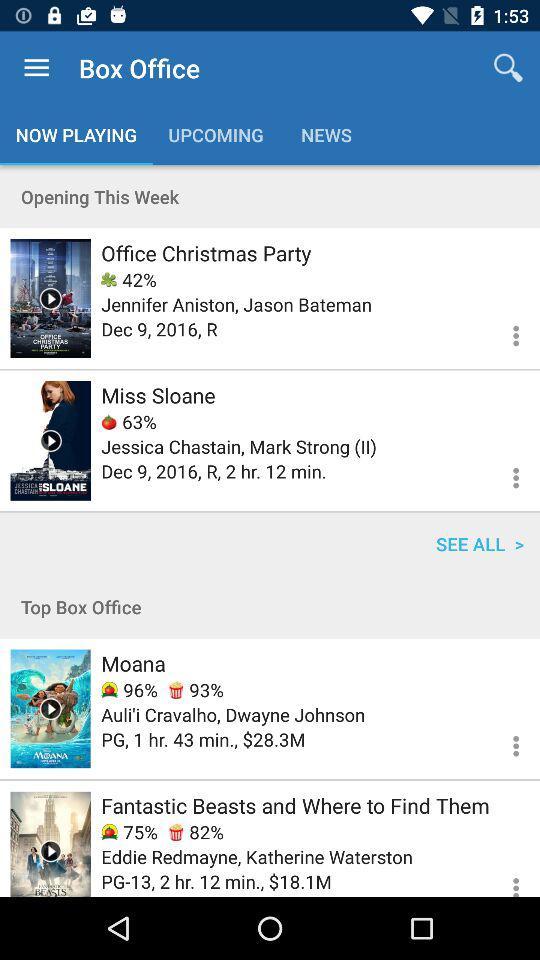 This screenshot has height=960, width=540. I want to click on icon above the jennifer aniston jason item, so click(129, 278).